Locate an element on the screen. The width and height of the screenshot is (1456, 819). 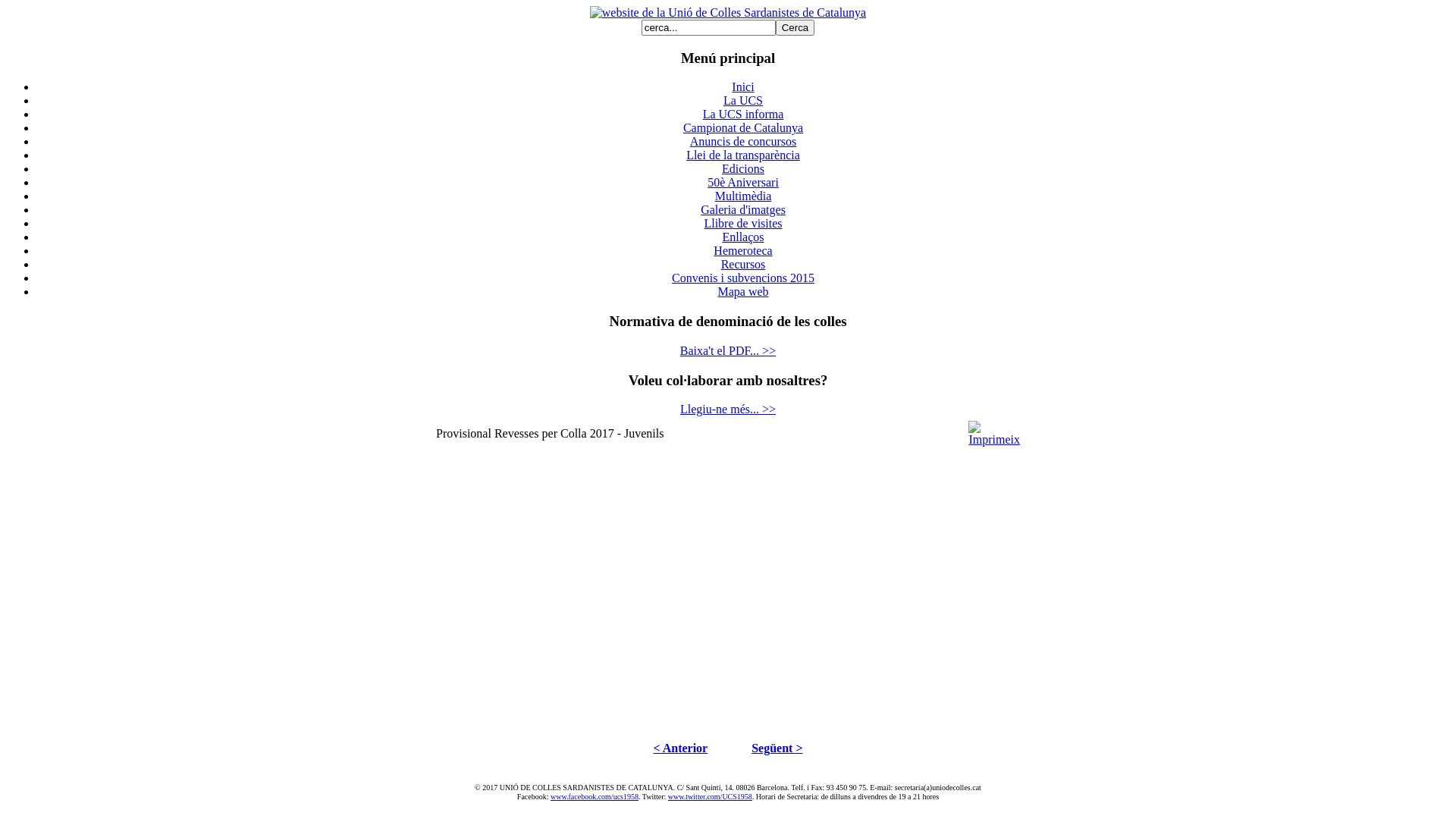
'Baixa't el PDF... >>' is located at coordinates (728, 350).